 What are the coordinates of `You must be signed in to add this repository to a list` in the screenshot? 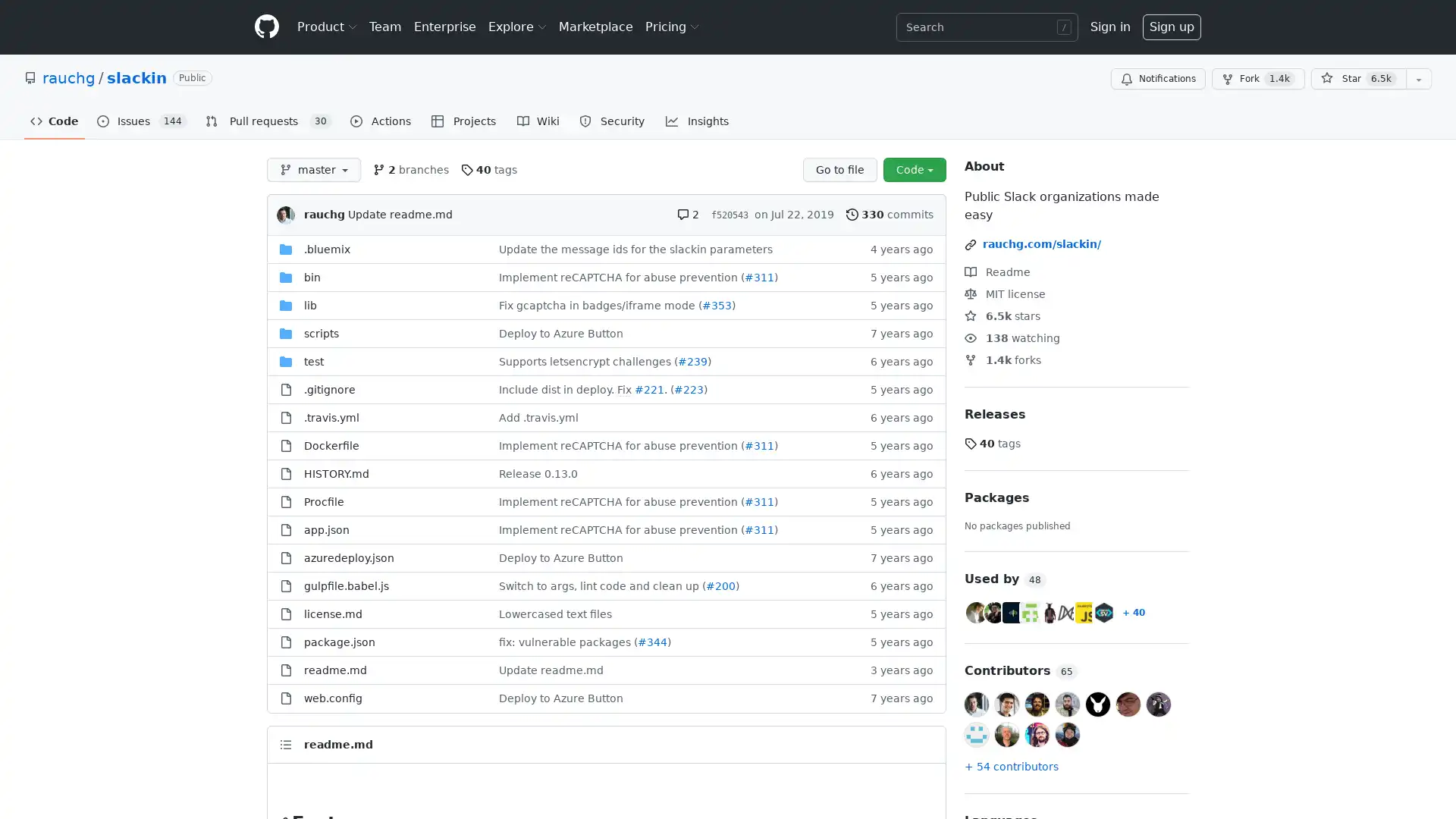 It's located at (1418, 79).